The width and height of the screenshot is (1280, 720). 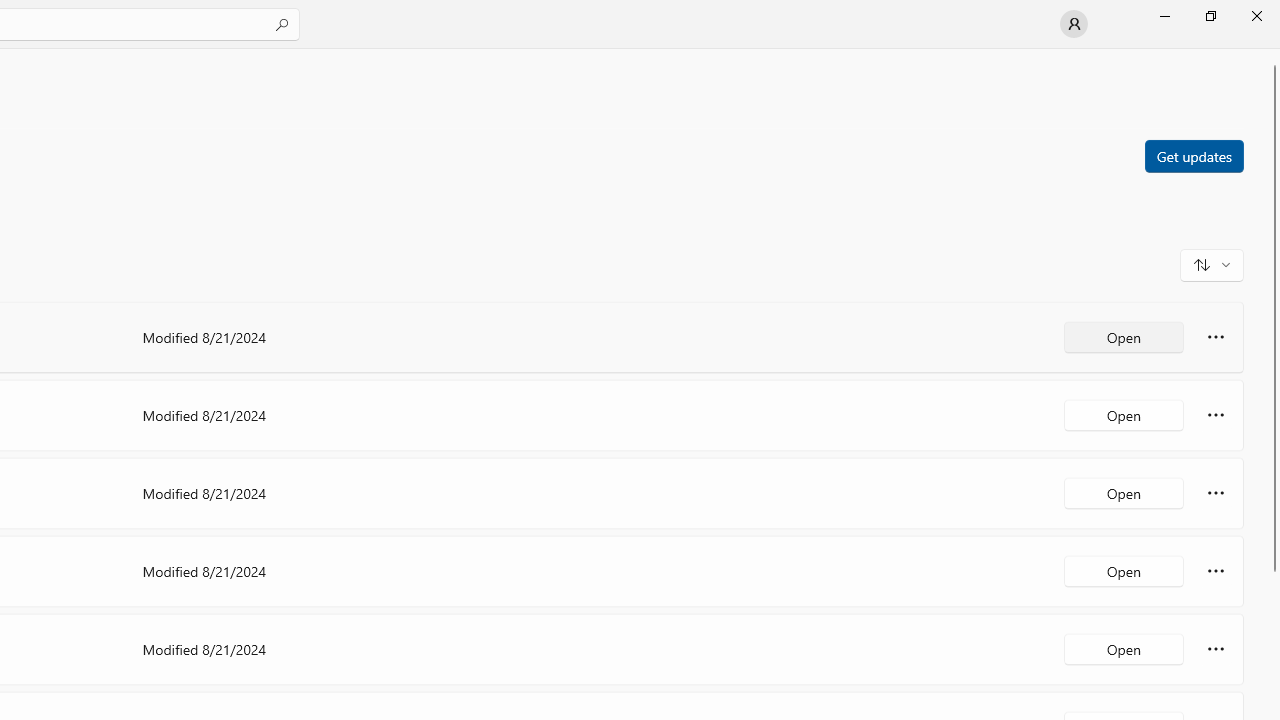 What do you see at coordinates (1193, 154) in the screenshot?
I see `'Get updates'` at bounding box center [1193, 154].